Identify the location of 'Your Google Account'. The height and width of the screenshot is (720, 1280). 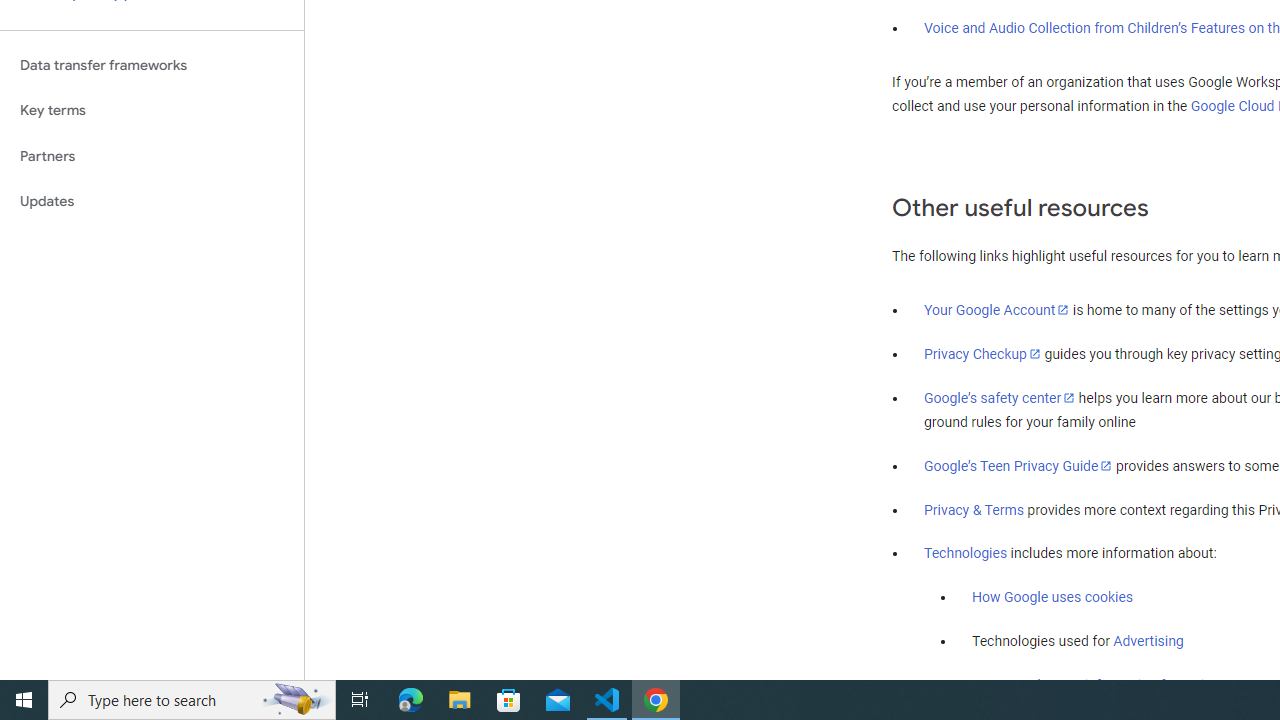
(997, 309).